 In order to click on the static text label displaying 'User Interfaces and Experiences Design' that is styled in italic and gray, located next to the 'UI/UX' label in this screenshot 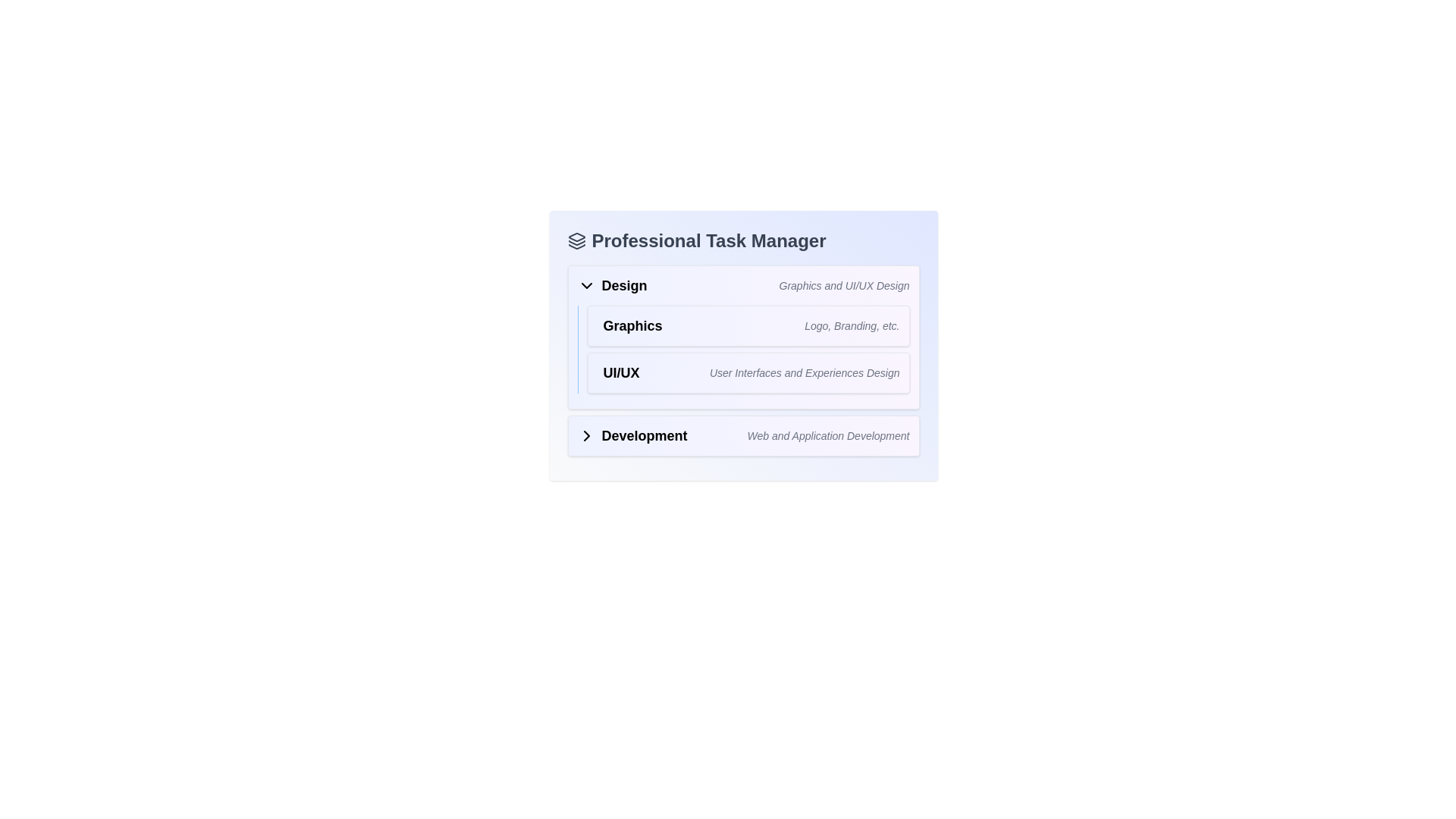, I will do `click(804, 373)`.